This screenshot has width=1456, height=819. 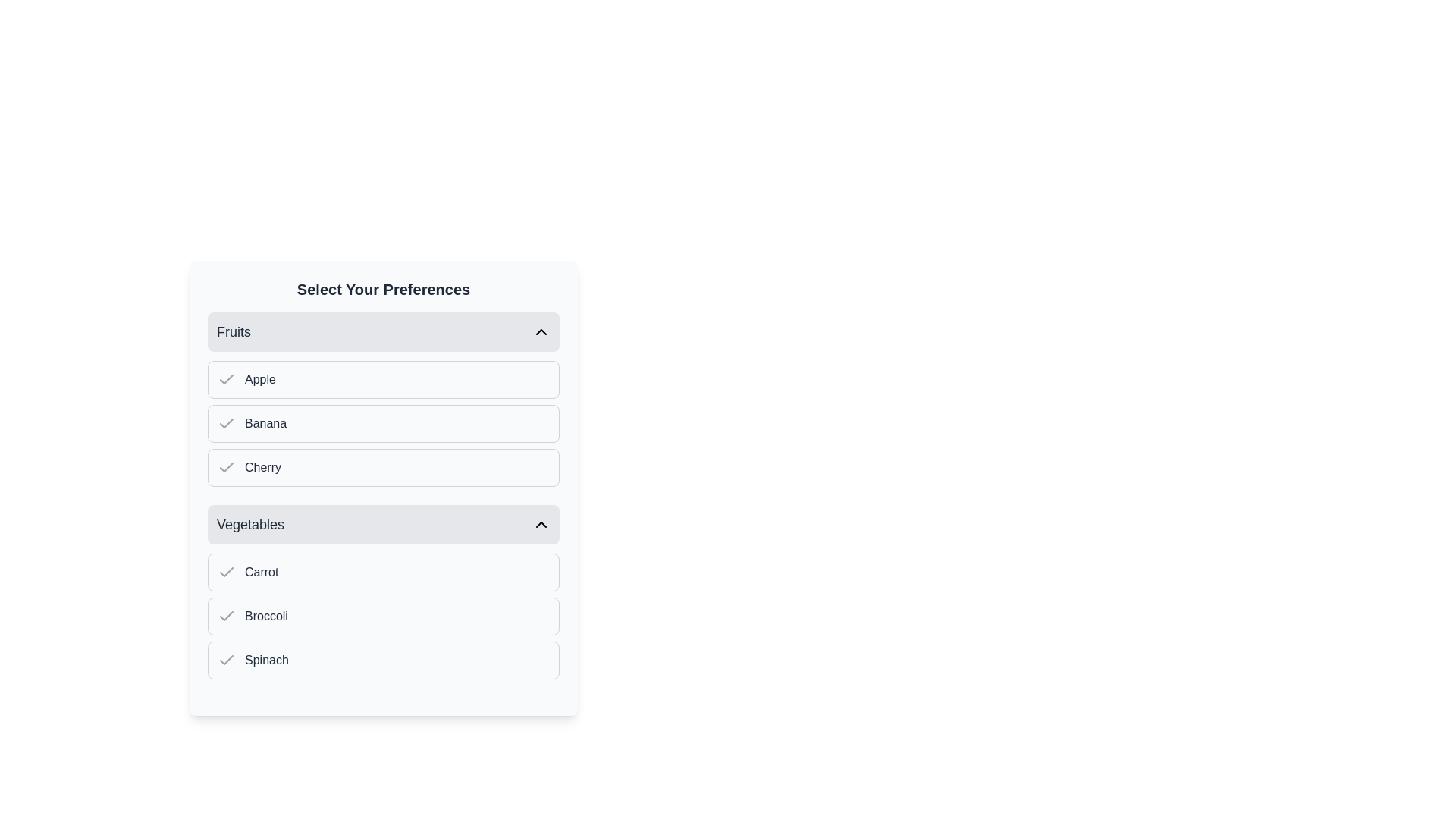 I want to click on the icon that indicates the 'Banana' option is selected in the 'Fruits' category, which is located to the left of the text 'Banana', so click(x=225, y=424).